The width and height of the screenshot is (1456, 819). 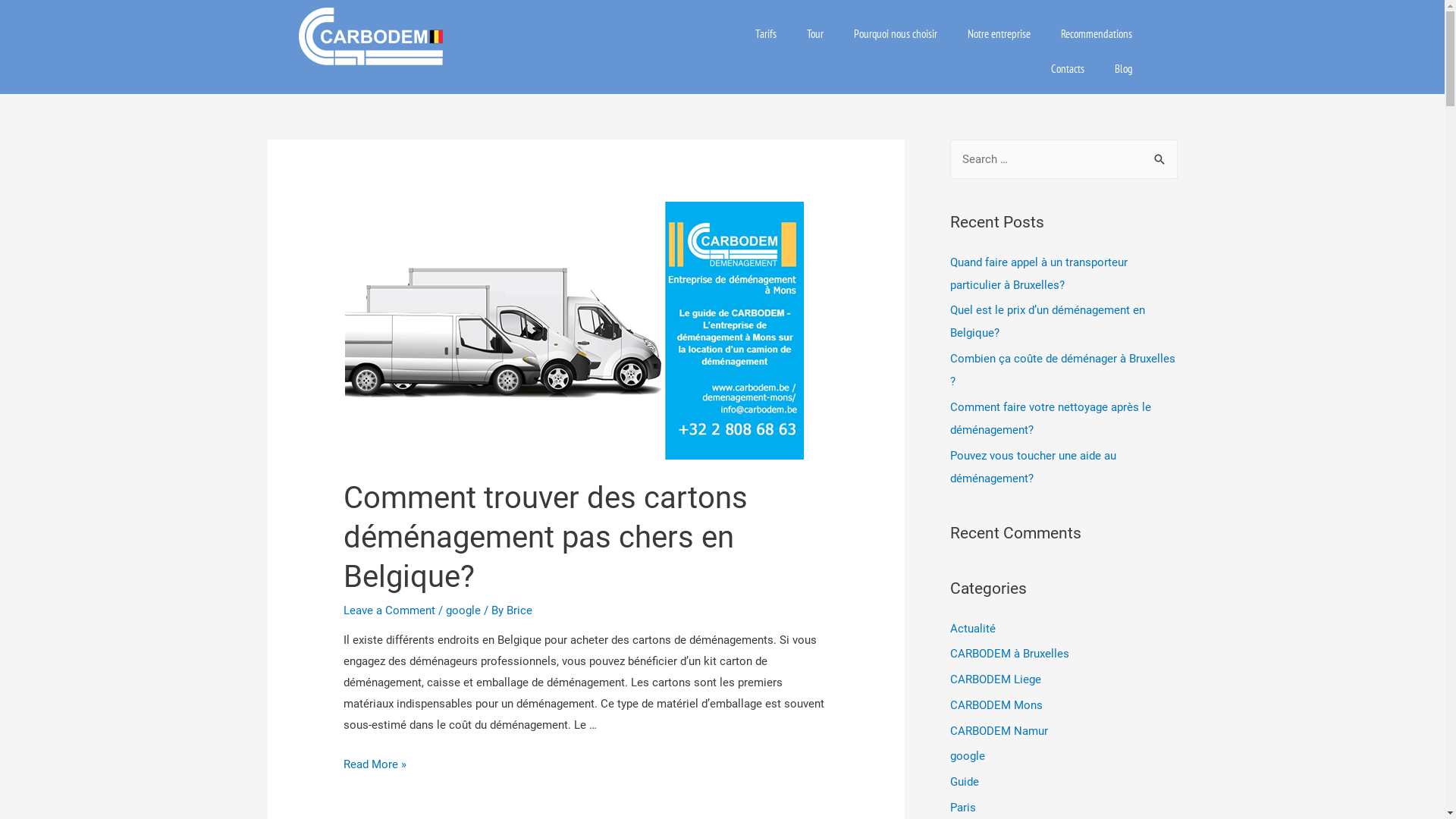 I want to click on 'Notre entreprise', so click(x=999, y=34).